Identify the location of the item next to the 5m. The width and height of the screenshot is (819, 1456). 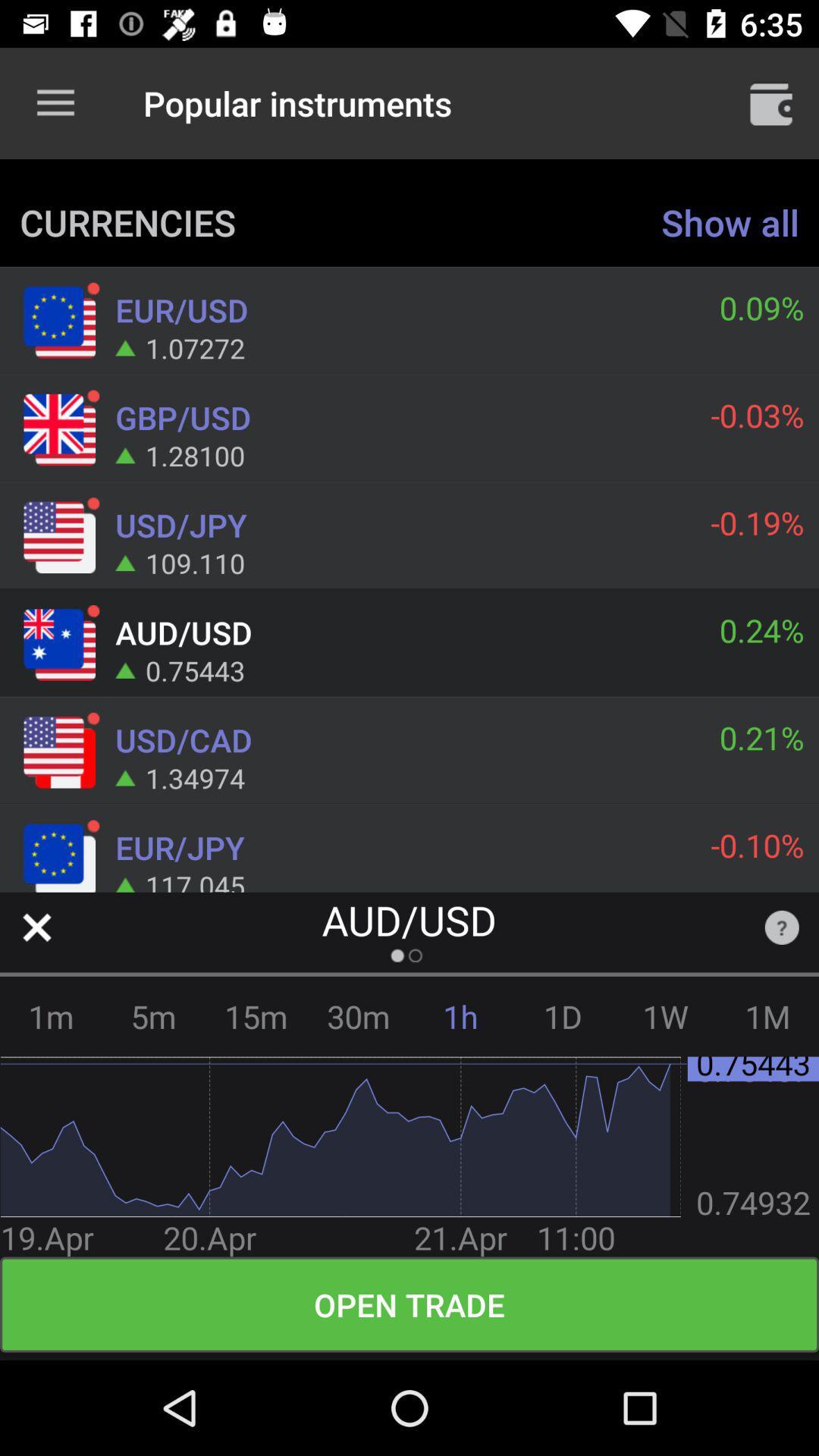
(255, 1016).